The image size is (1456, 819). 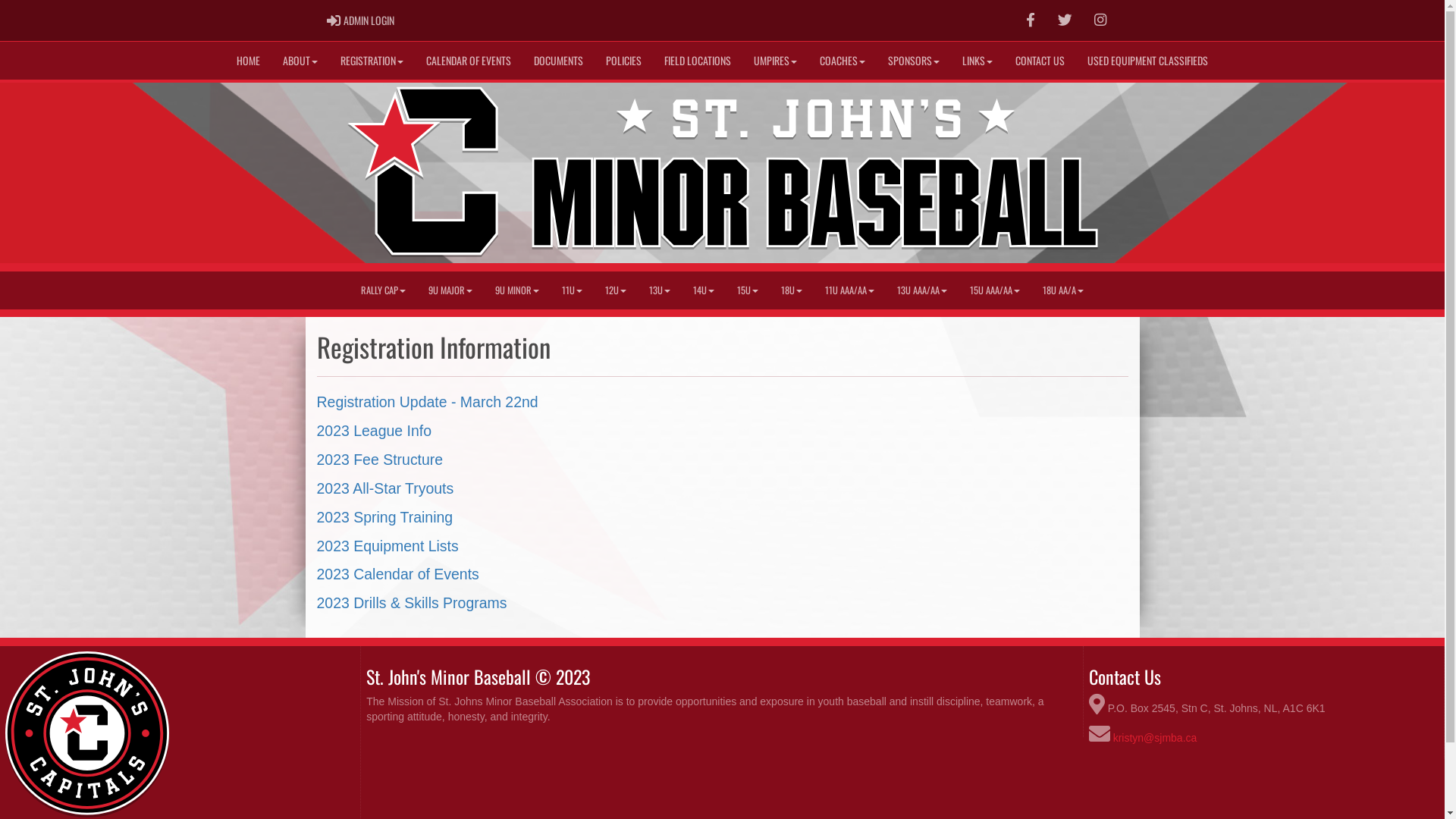 What do you see at coordinates (375, 430) in the screenshot?
I see `'2023 League Info'` at bounding box center [375, 430].